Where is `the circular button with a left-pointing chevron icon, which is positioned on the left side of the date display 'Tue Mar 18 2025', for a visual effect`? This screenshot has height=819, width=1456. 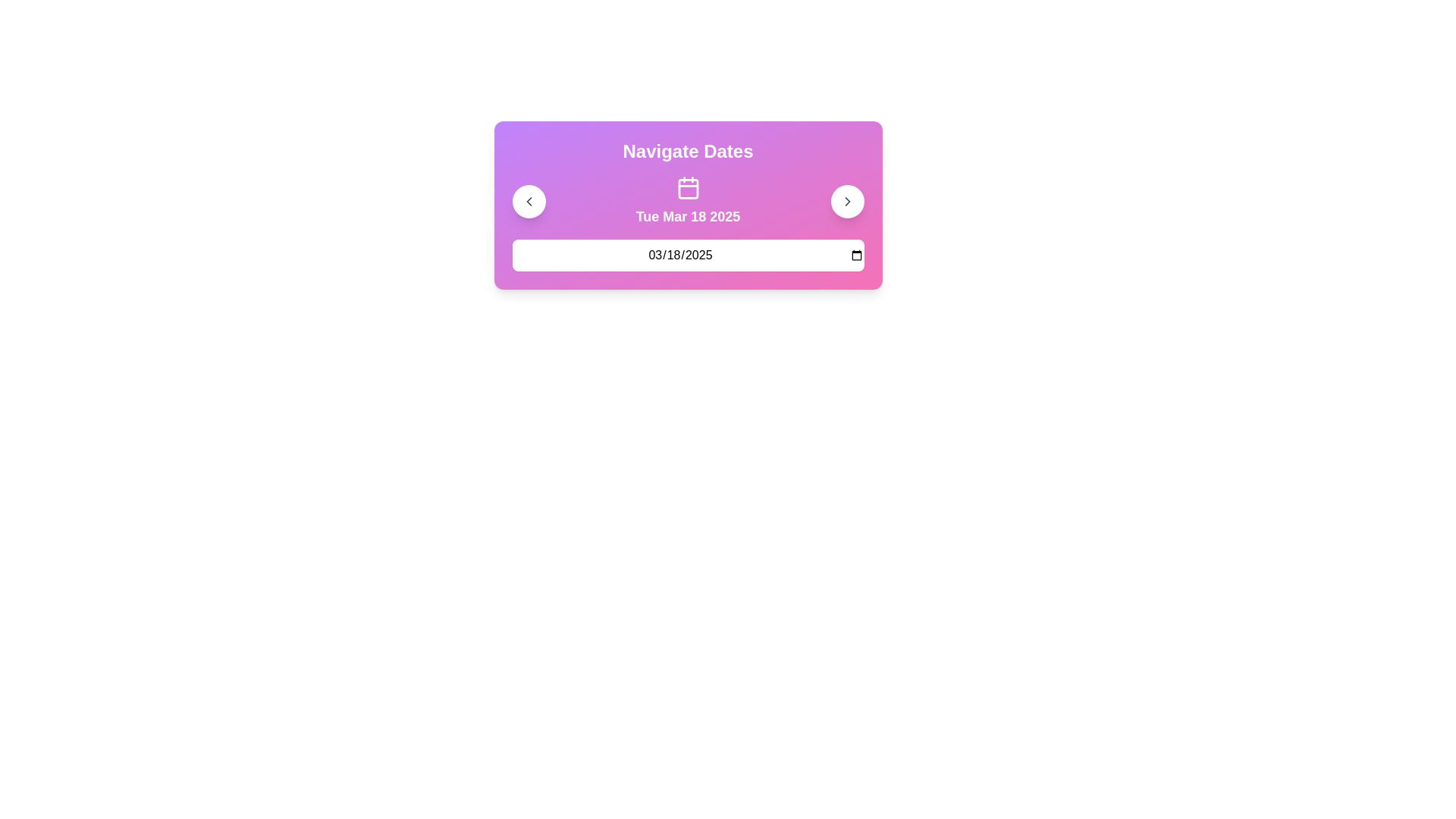
the circular button with a left-pointing chevron icon, which is positioned on the left side of the date display 'Tue Mar 18 2025', for a visual effect is located at coordinates (529, 201).